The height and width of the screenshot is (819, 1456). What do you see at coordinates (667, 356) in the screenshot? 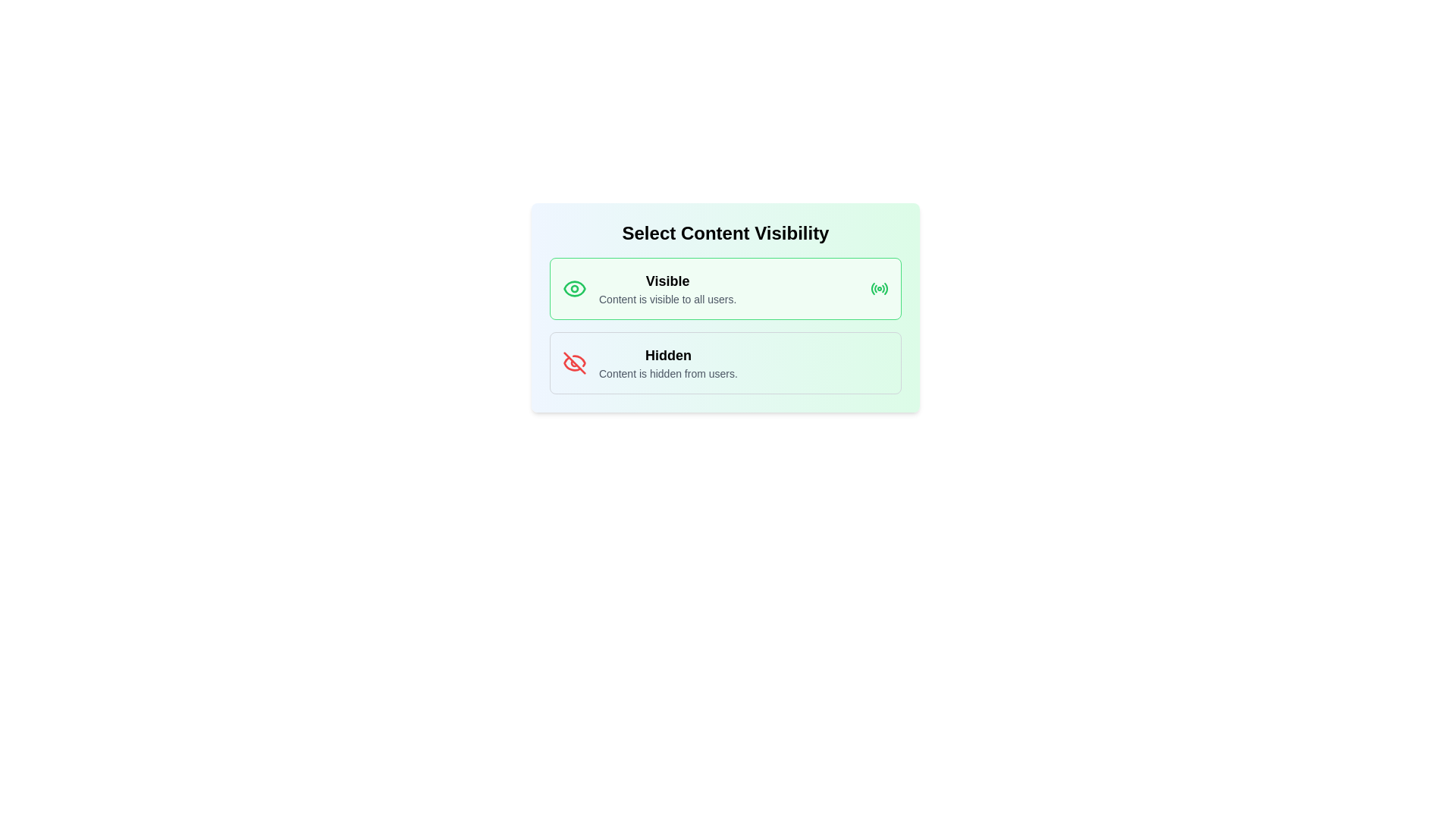
I see `the Text label indicating the 'Hidden' option in the visibility selection interface, located beneath the 'Visible' option` at bounding box center [667, 356].